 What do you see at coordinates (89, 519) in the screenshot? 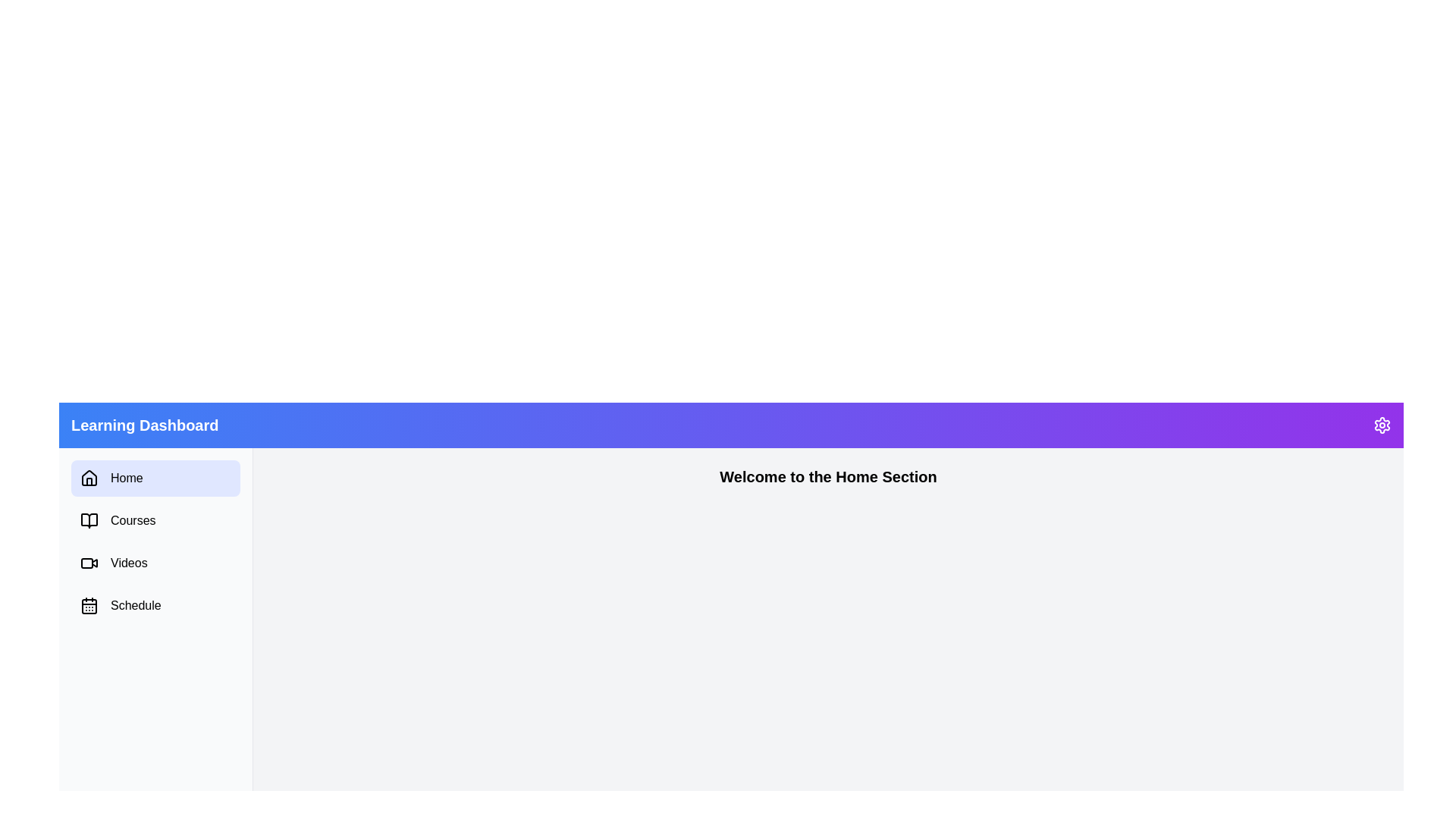
I see `the 'Courses' navigation icon located in the vertical list of the navigation pane, positioned below the 'Home' icon and above the 'Videos' icon` at bounding box center [89, 519].